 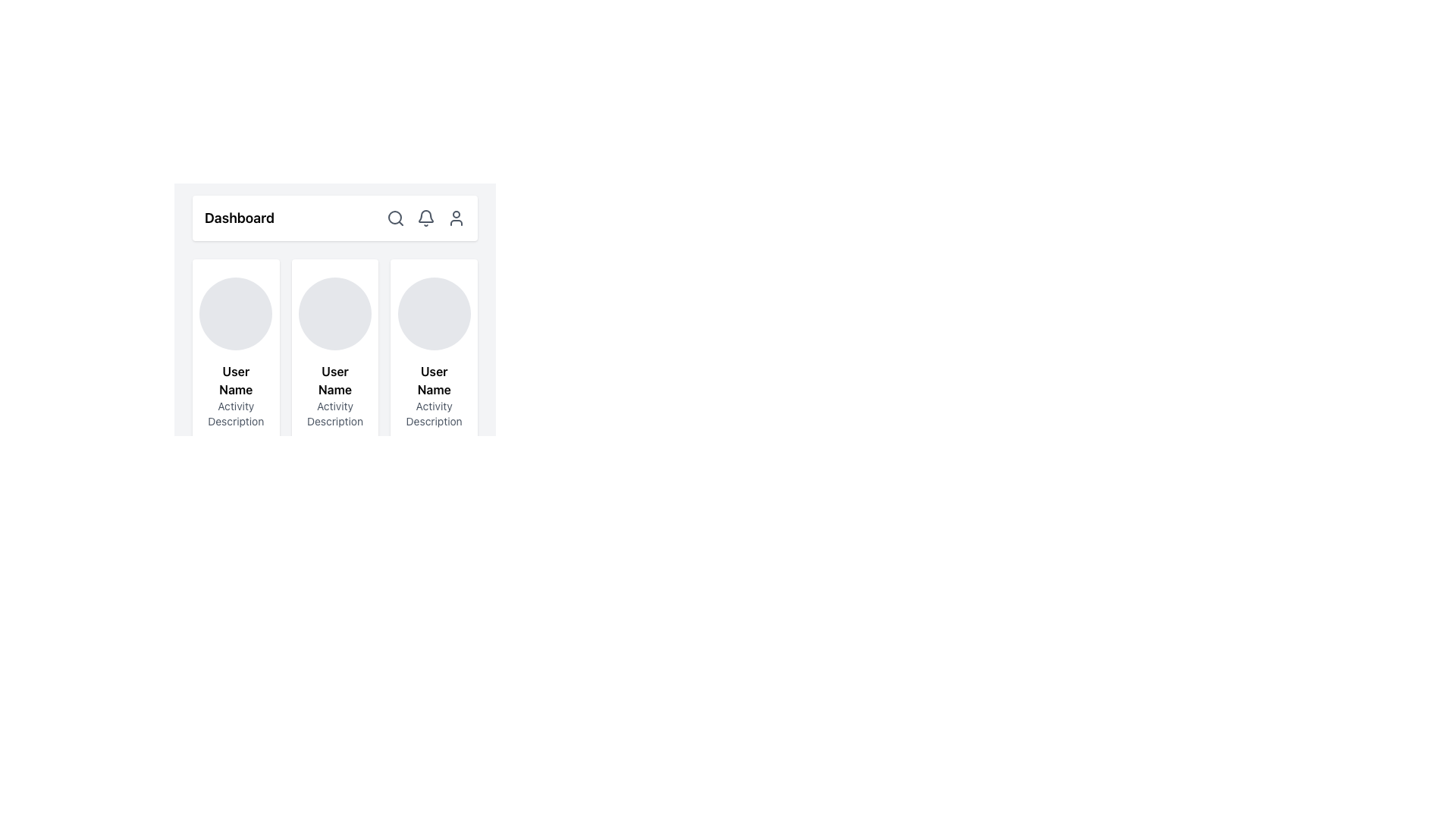 I want to click on textual information displayed in the Text Display Area, which is located below the circular avatar placeholder in the leftmost card of a sequence of three cards, so click(x=235, y=424).